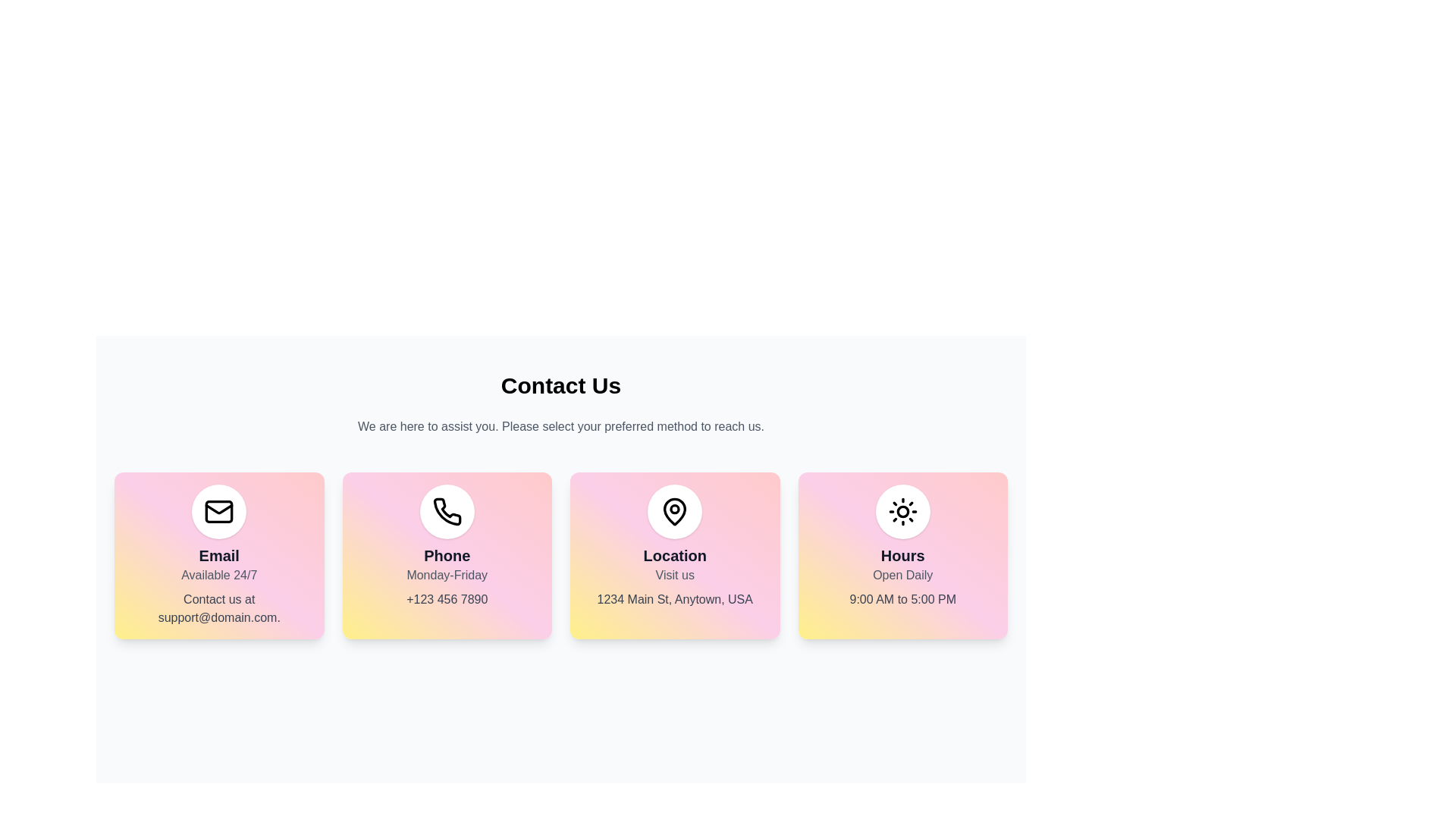  I want to click on the mail envelope icon, which is an outline-style icon symbolizing email communication, located in the top-left card of the 'Contact Us' section, so click(218, 512).